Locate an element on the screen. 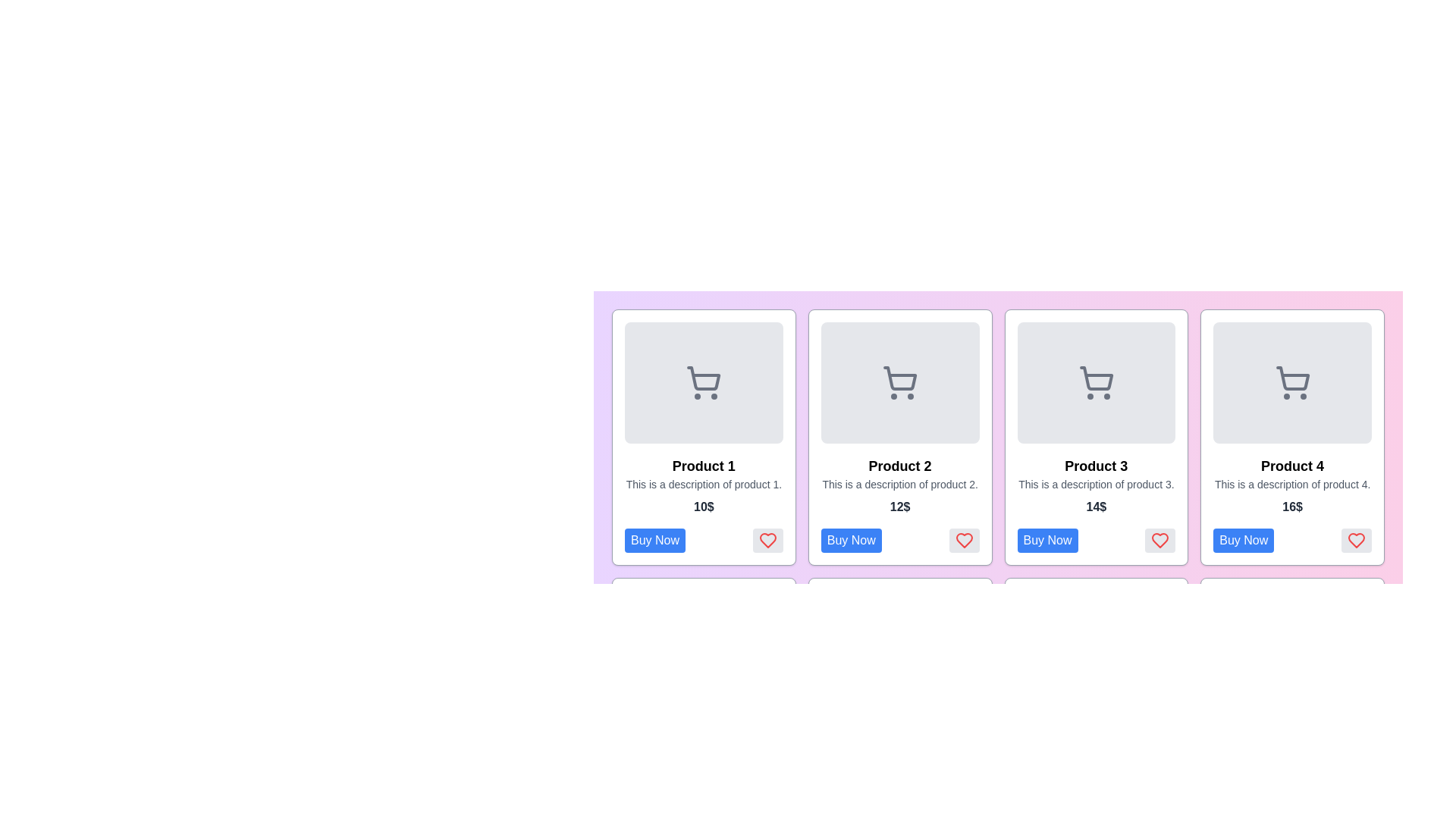  the heart icon located at the bottom-right of the fourth product card to mark the product as a favorite is located at coordinates (1357, 540).